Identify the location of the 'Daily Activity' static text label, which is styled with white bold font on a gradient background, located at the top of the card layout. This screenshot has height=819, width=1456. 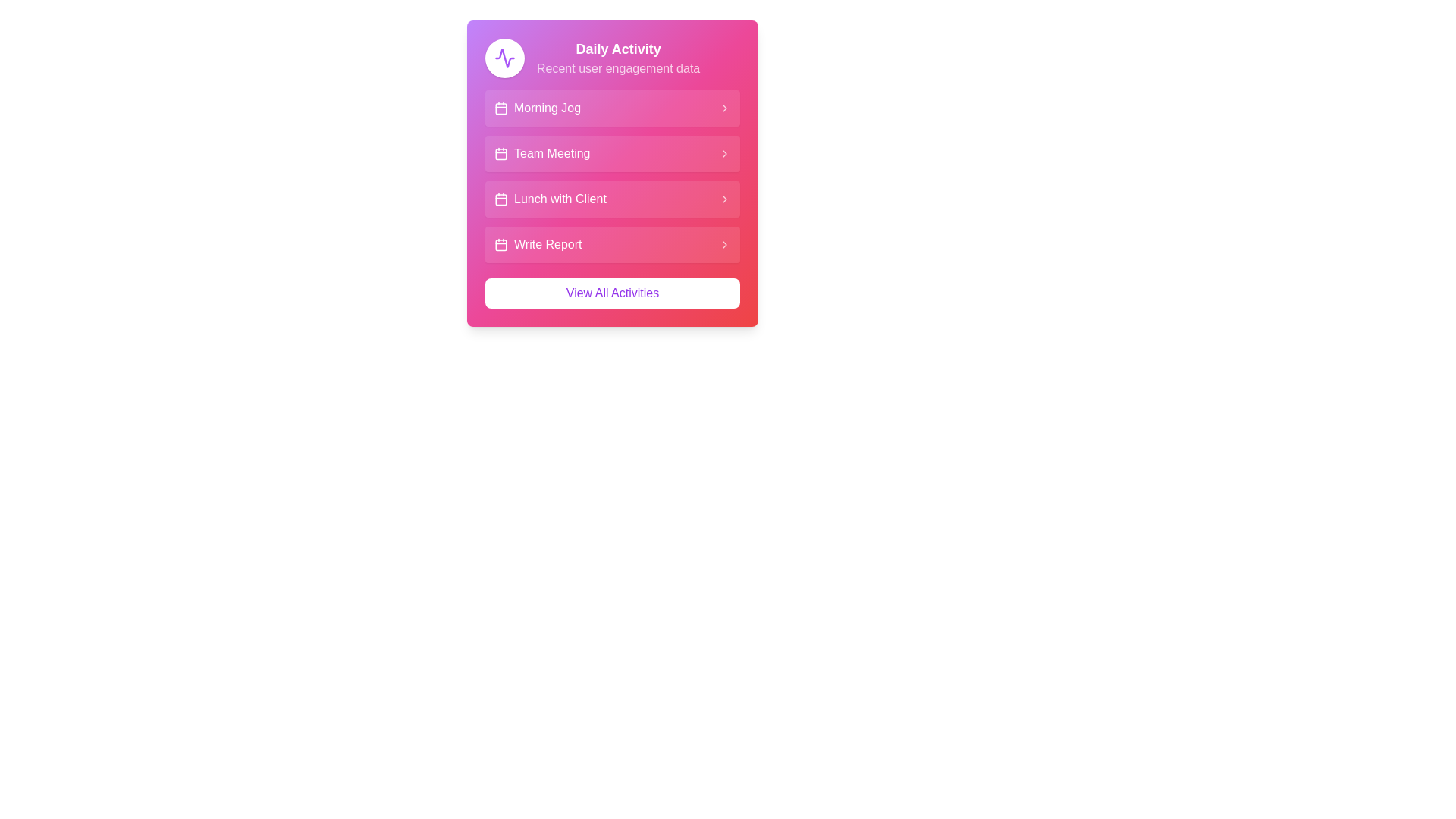
(618, 49).